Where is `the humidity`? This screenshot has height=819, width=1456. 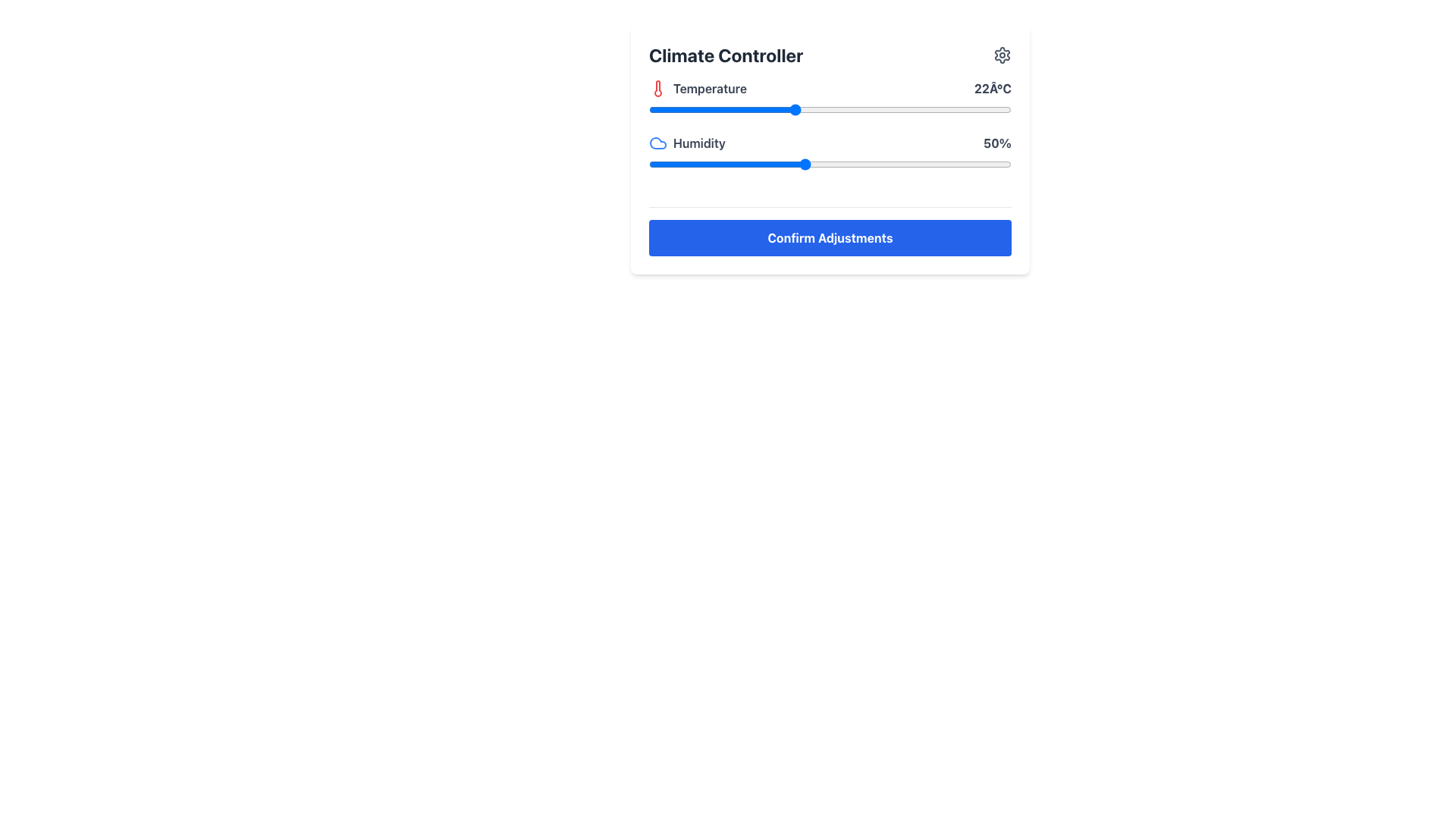
the humidity is located at coordinates (684, 164).